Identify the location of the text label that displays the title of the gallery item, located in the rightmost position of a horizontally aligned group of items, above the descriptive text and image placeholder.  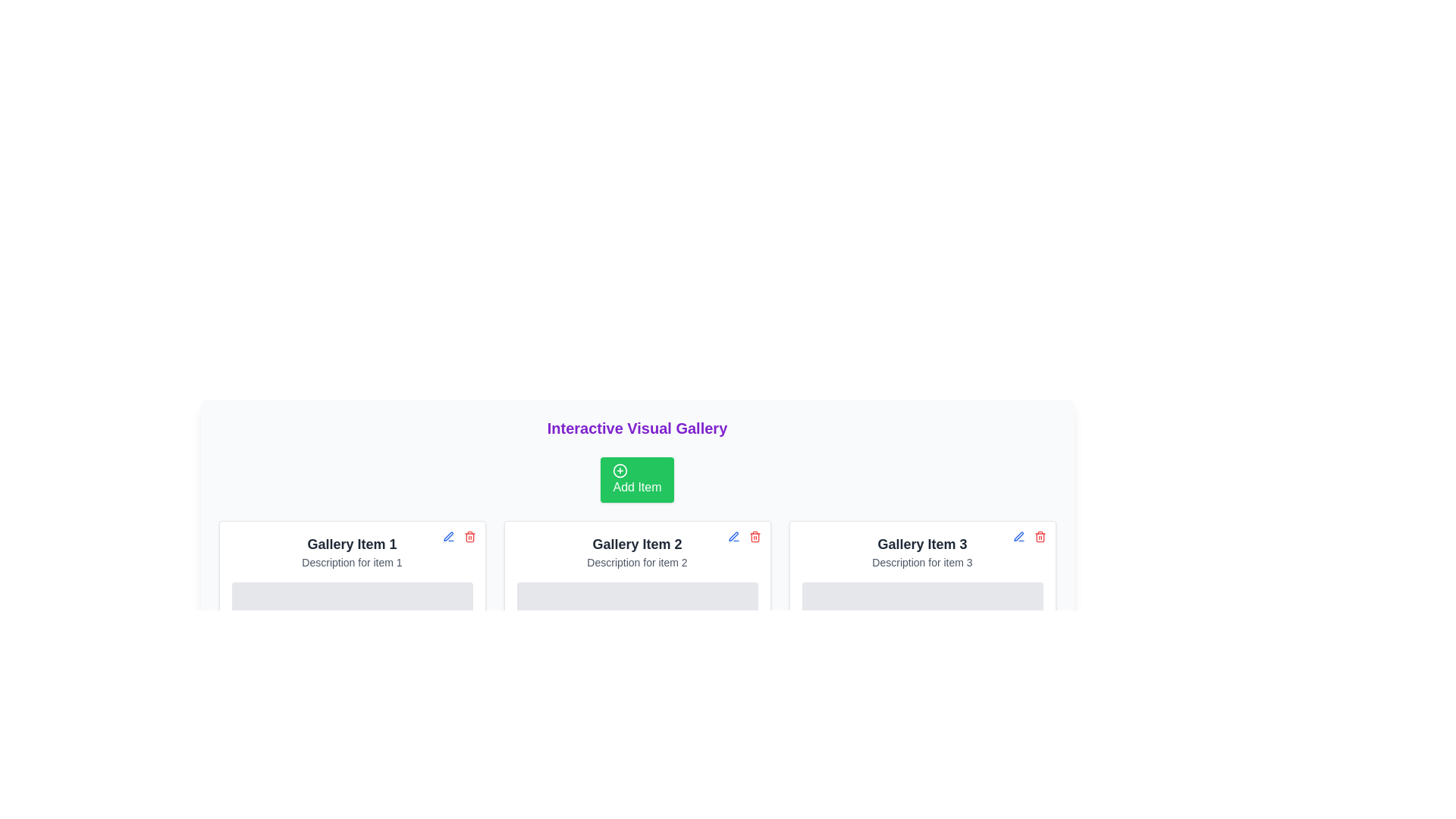
(921, 543).